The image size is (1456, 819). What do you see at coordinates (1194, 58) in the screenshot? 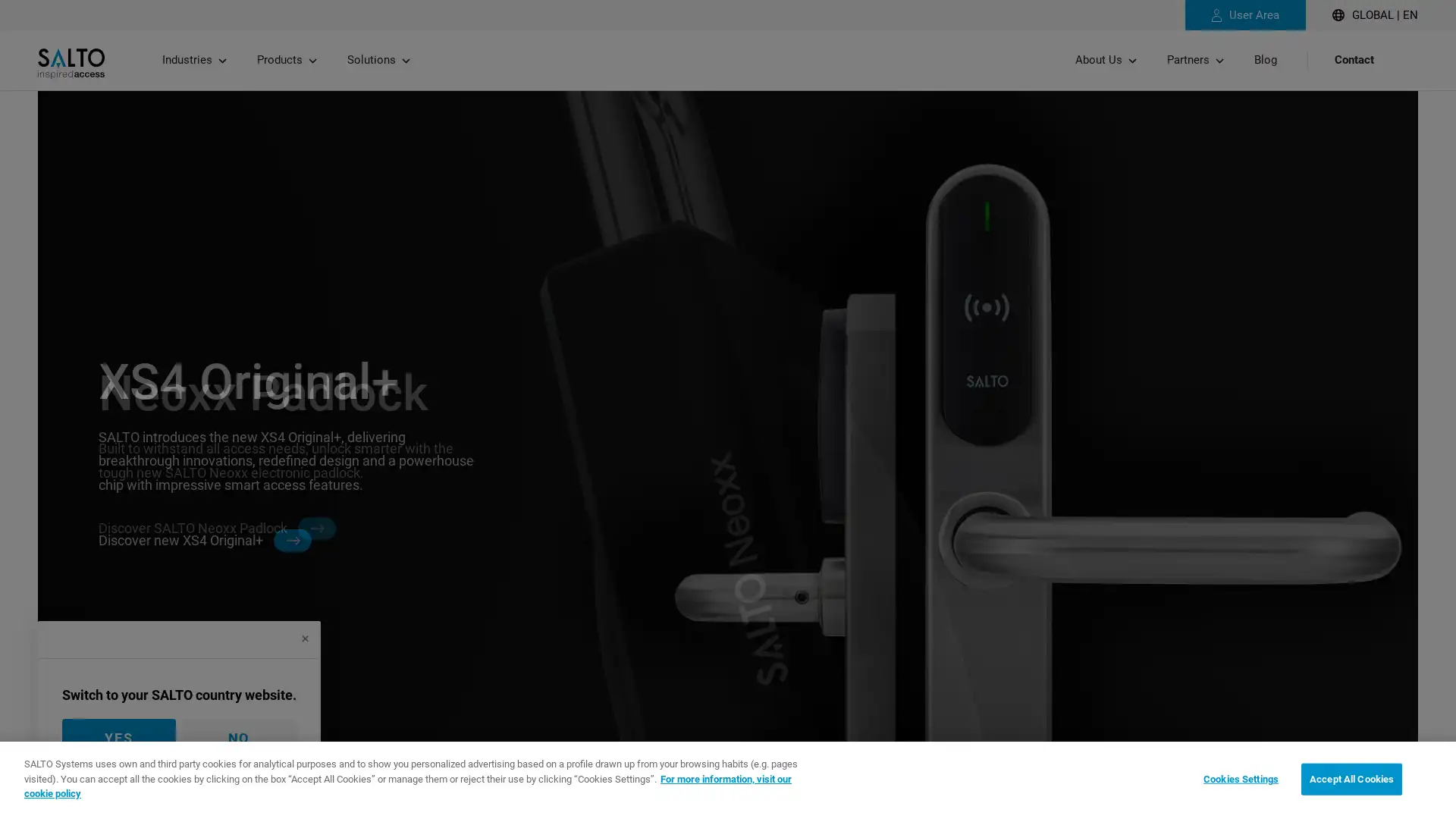
I see `Partners` at bounding box center [1194, 58].